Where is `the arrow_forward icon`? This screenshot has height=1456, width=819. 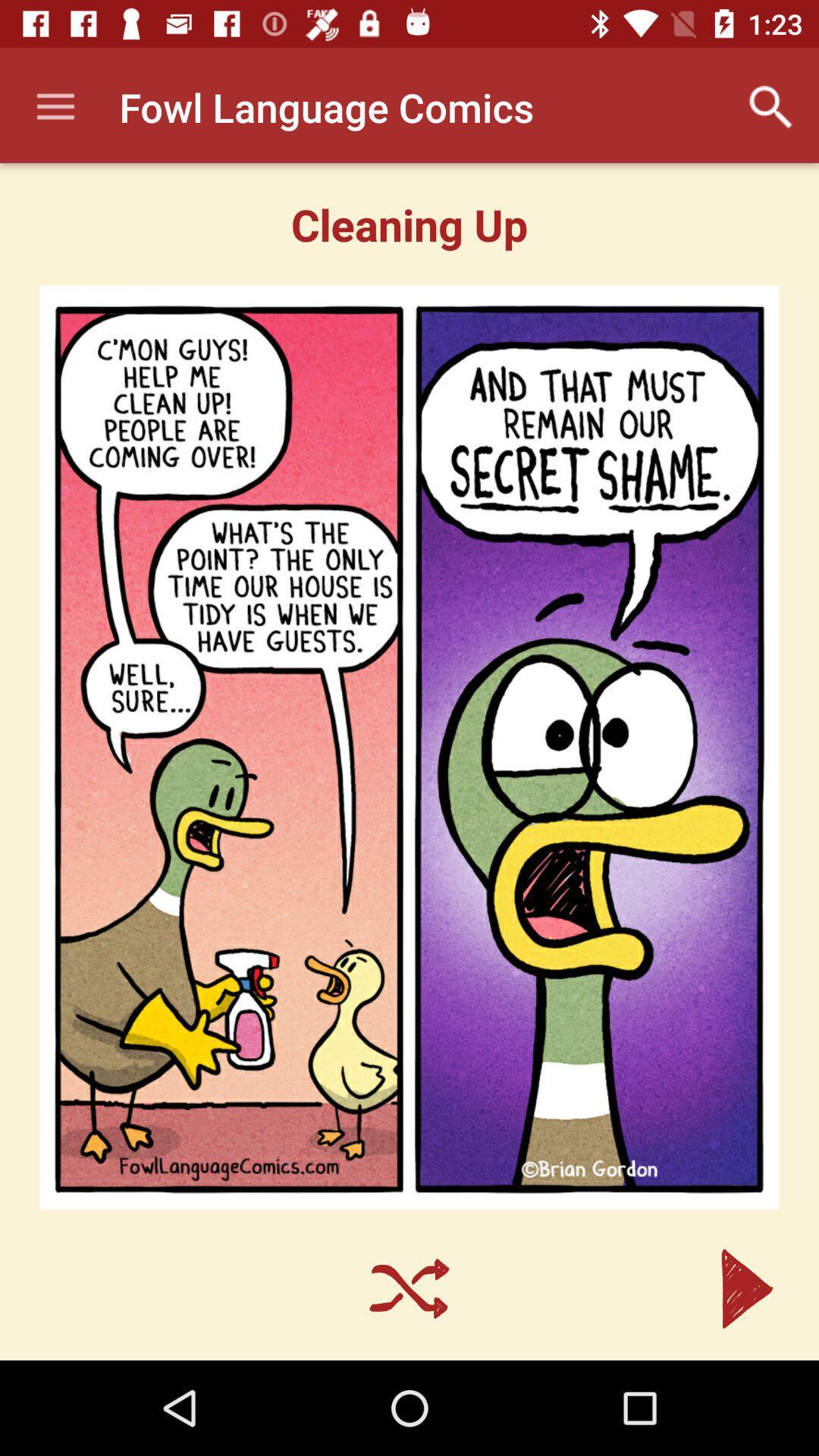 the arrow_forward icon is located at coordinates (746, 1288).